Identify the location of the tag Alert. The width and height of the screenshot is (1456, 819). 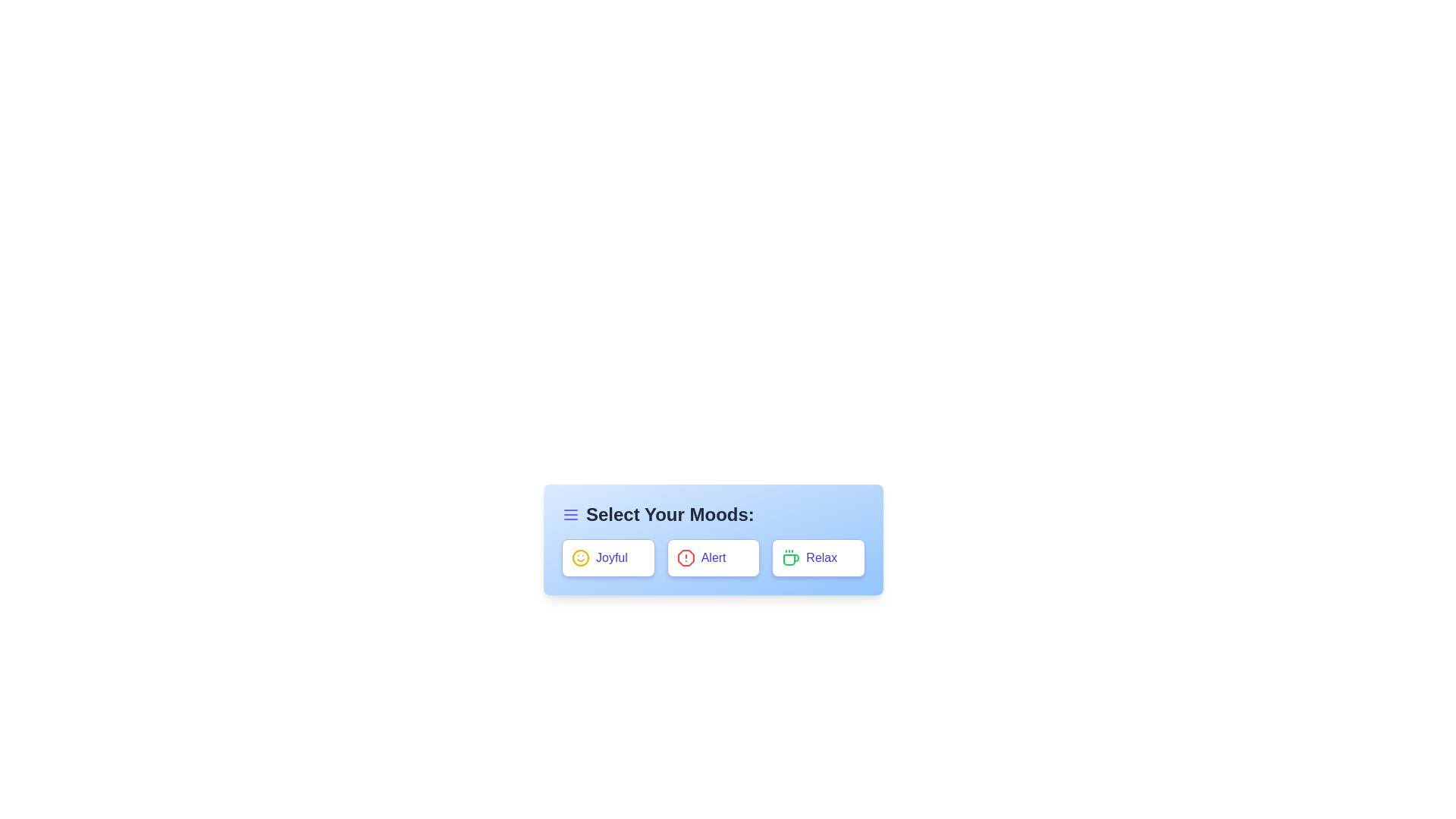
(712, 558).